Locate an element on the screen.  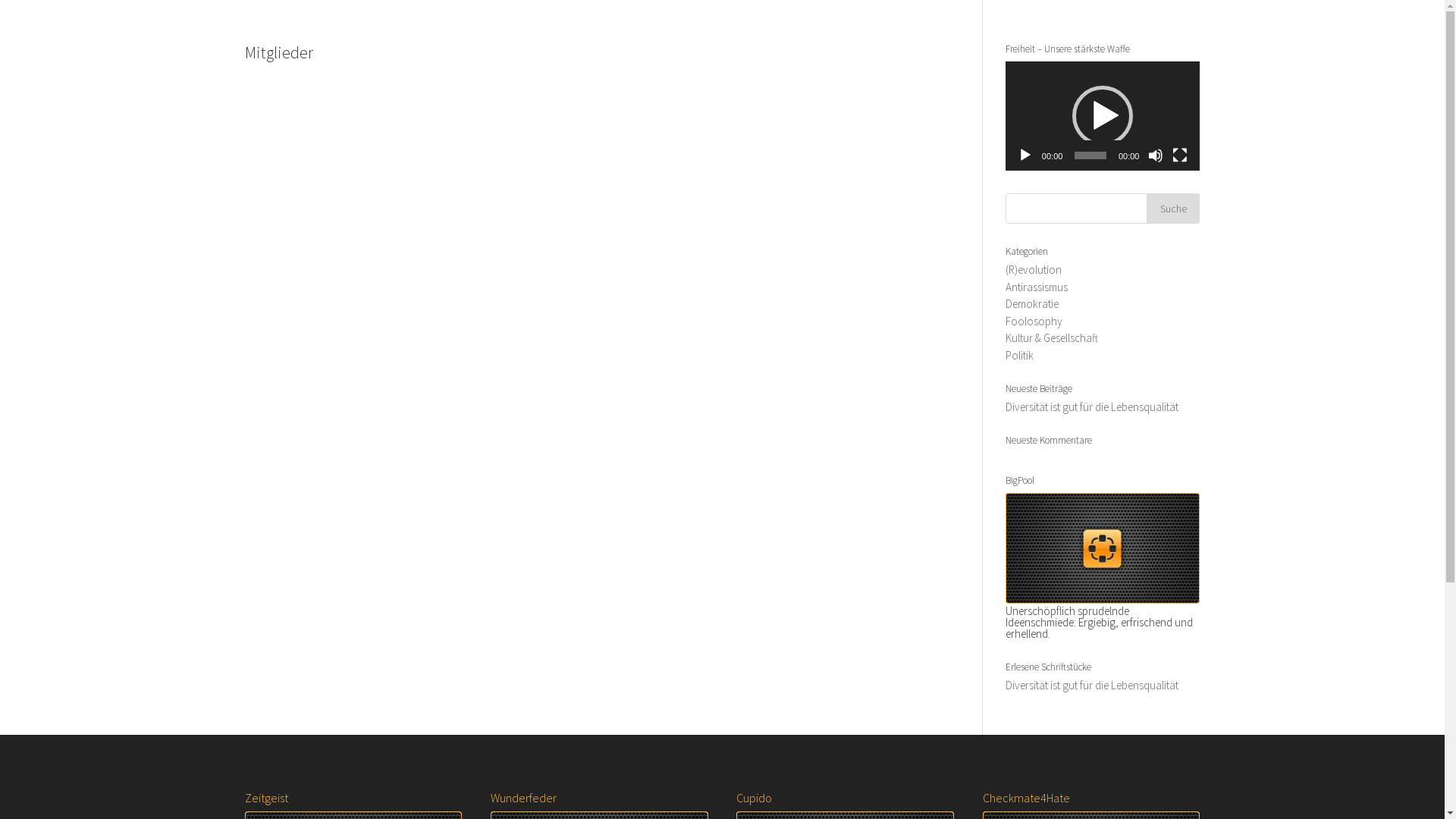
'Foolosophy' is located at coordinates (1005, 320).